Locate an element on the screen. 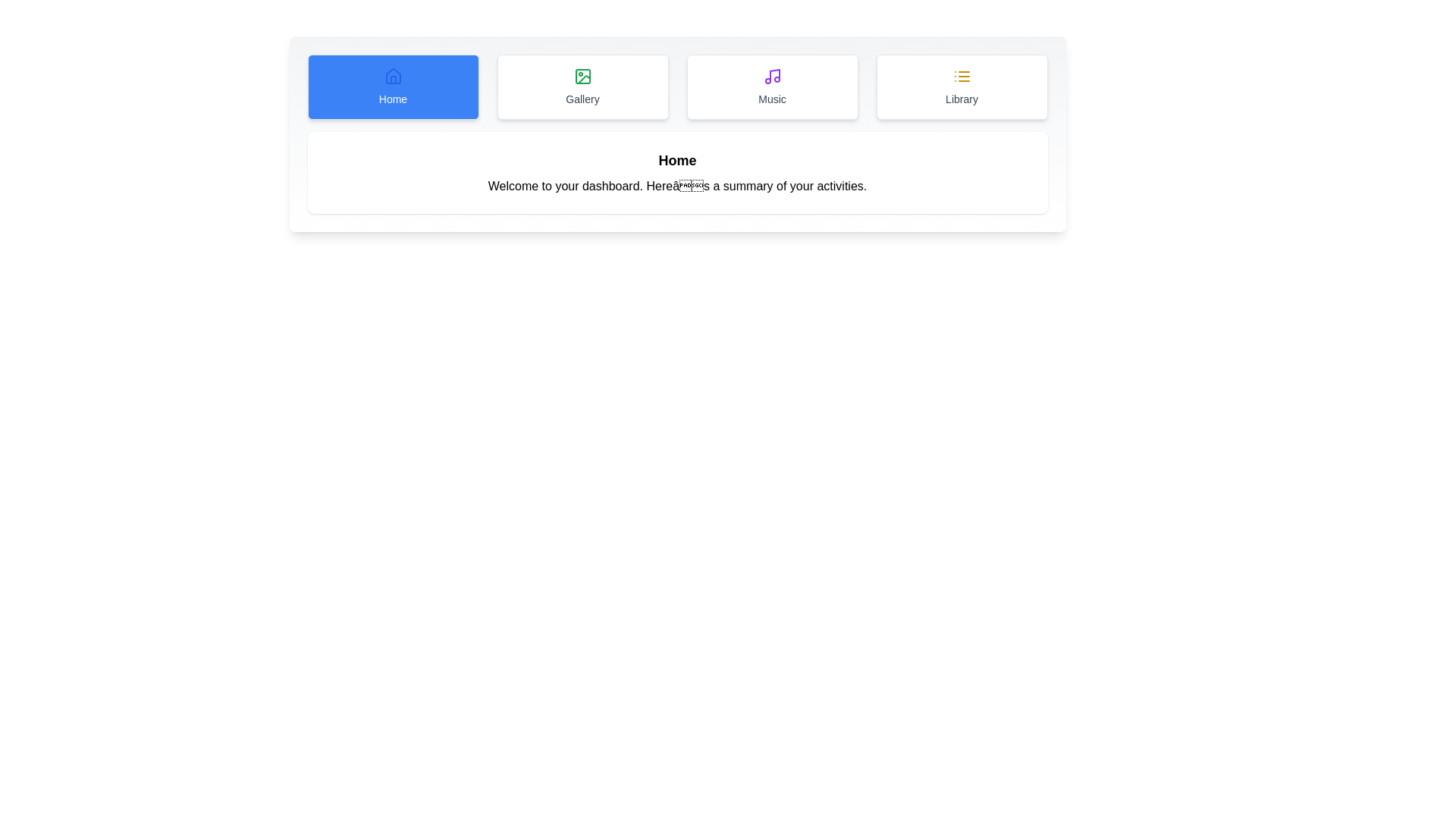  the Home tab to switch to it is located at coordinates (393, 87).